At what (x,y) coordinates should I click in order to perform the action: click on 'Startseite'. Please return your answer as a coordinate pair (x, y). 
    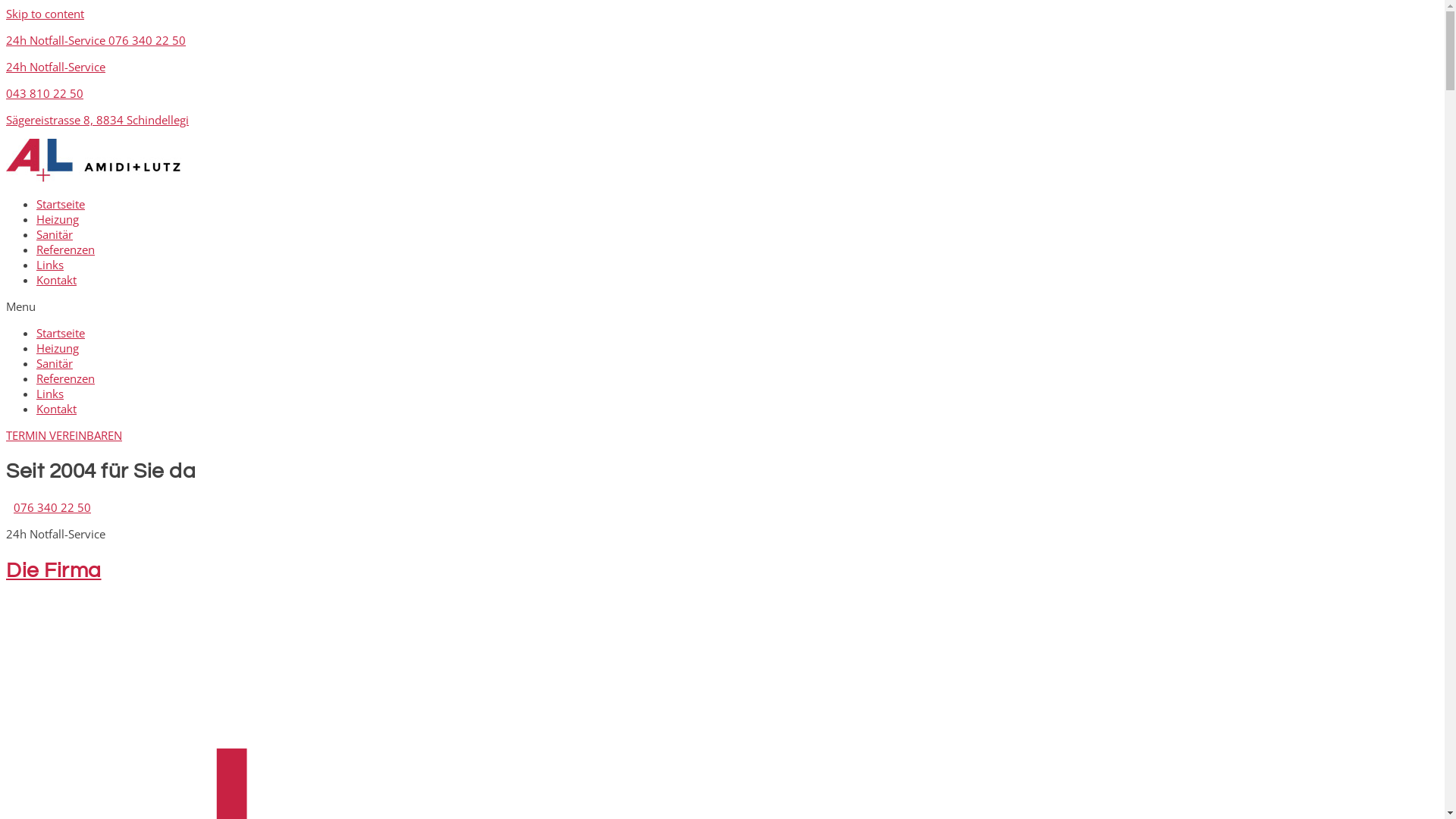
    Looking at the image, I should click on (36, 332).